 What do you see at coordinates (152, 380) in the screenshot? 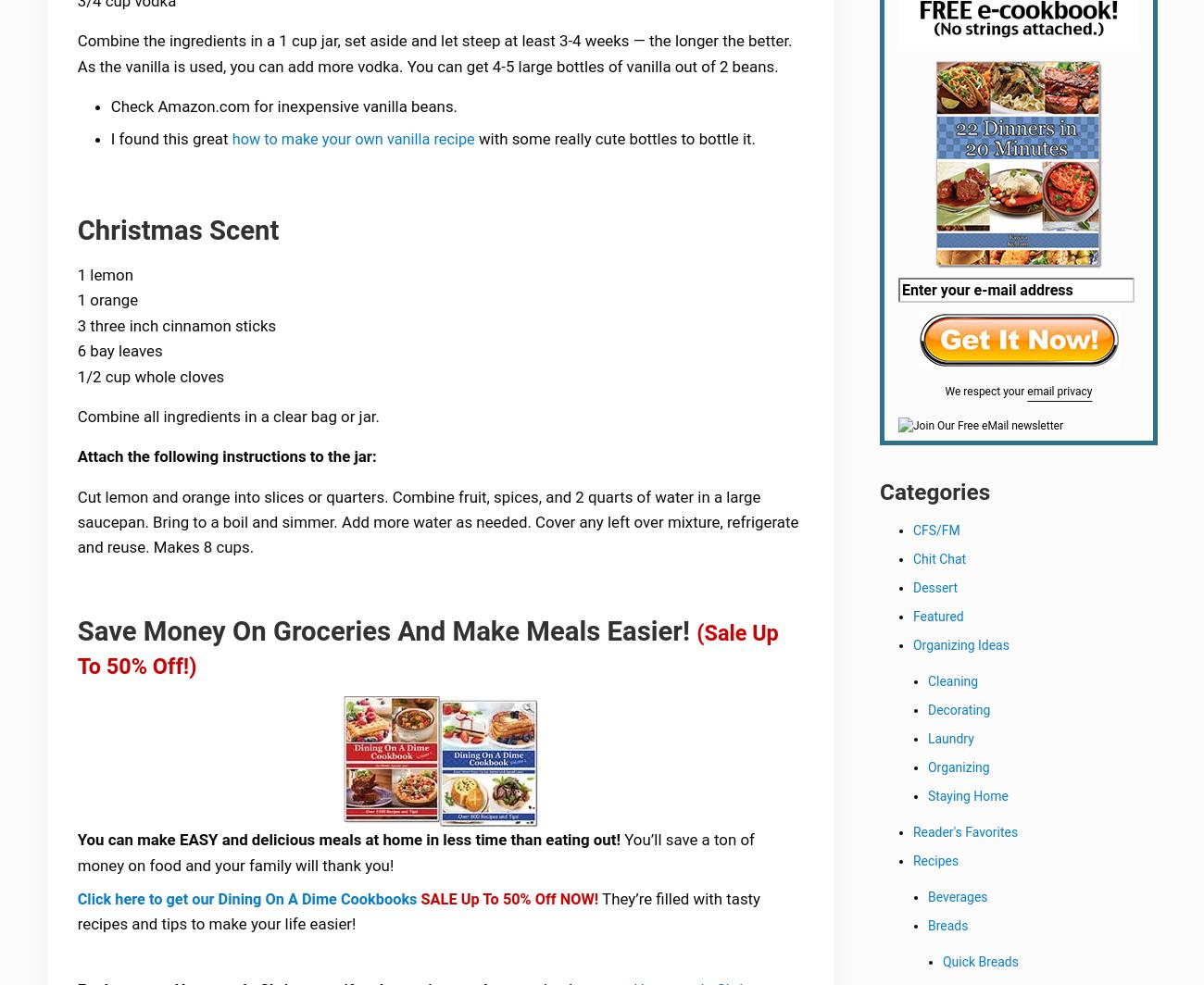
I see `'1/2 cup whole cloves'` at bounding box center [152, 380].